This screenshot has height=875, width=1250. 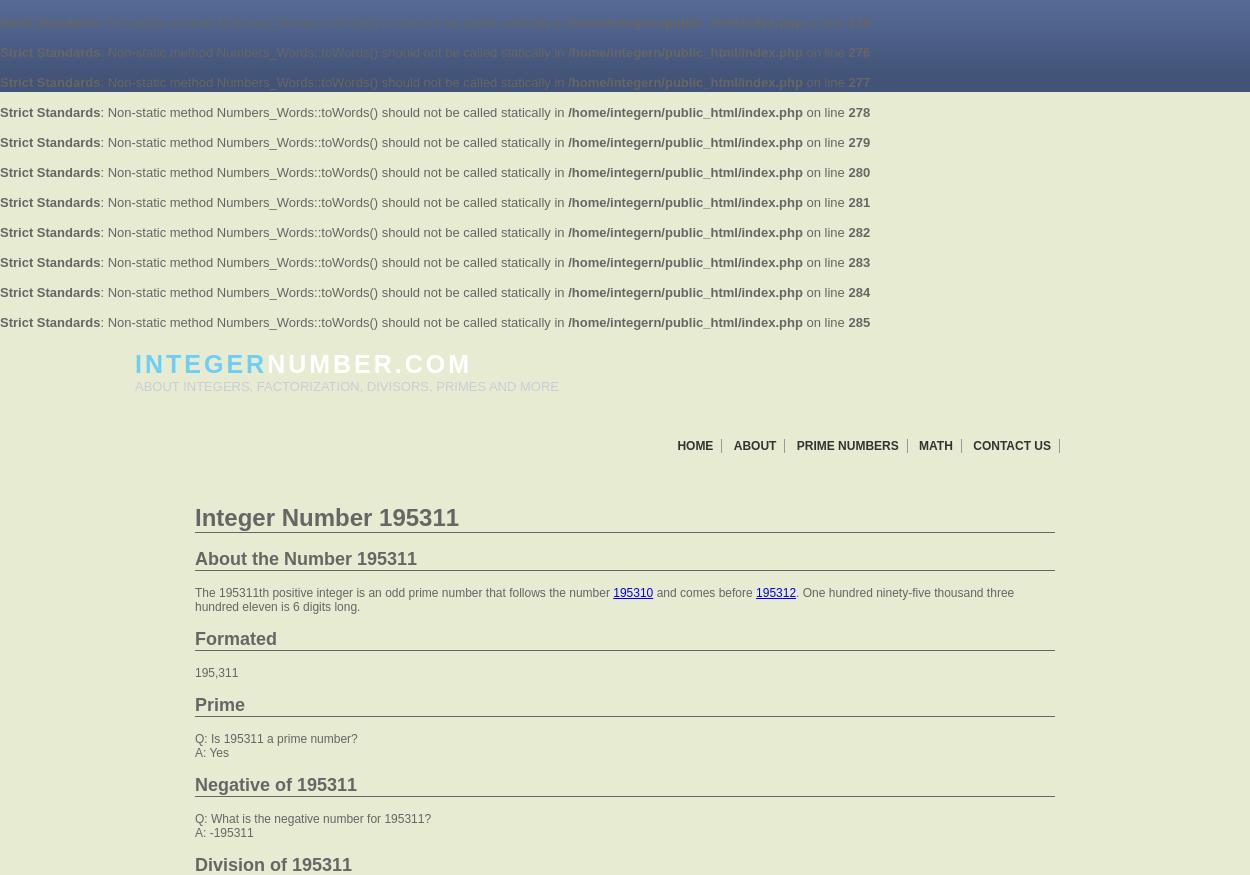 I want to click on '280', so click(x=858, y=171).